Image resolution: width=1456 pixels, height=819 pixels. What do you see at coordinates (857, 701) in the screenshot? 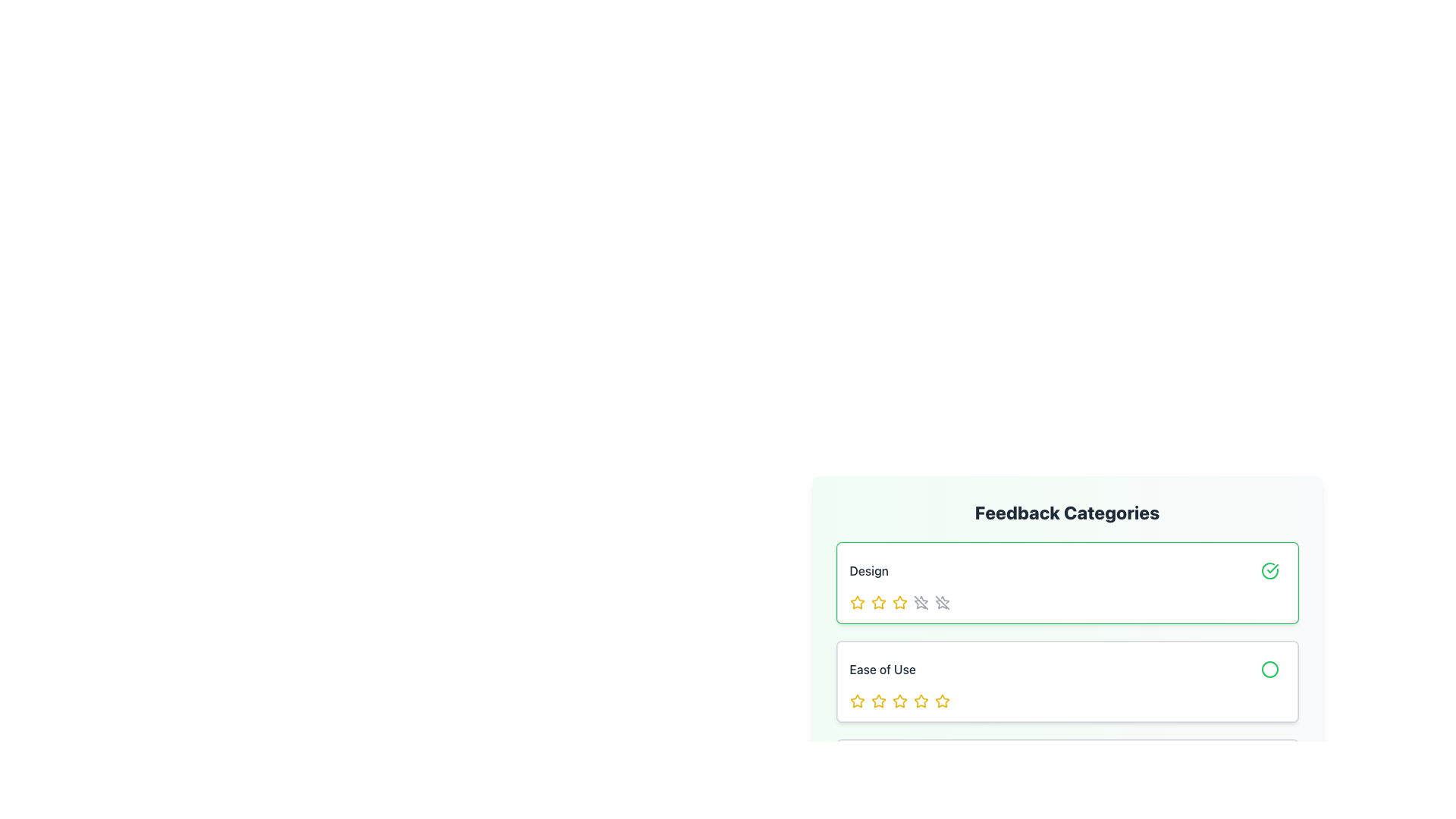
I see `the first clickable star icon in the 'Ease of Use' feedback section to prepare for rating` at bounding box center [857, 701].